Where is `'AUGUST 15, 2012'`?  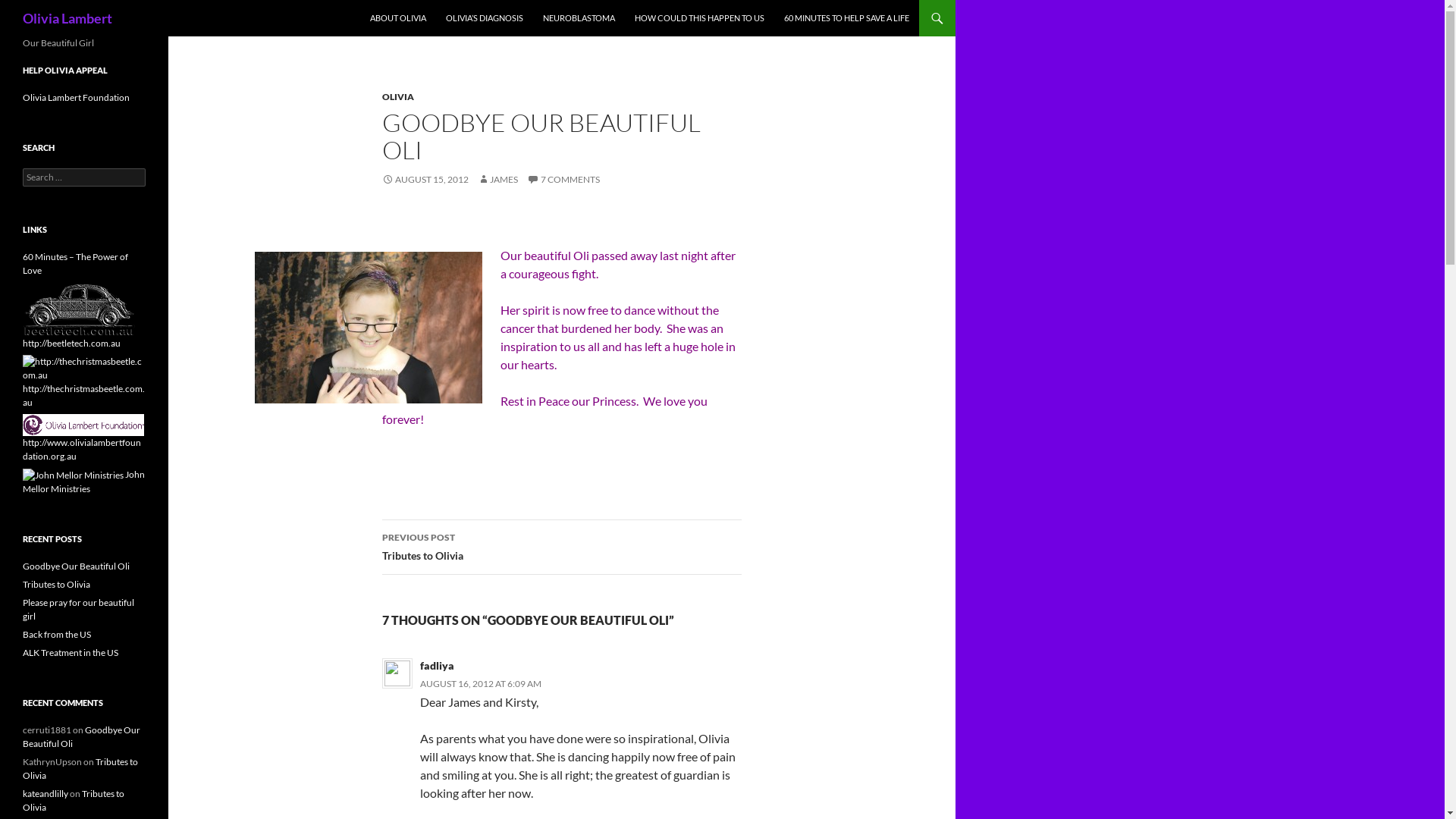 'AUGUST 15, 2012' is located at coordinates (425, 178).